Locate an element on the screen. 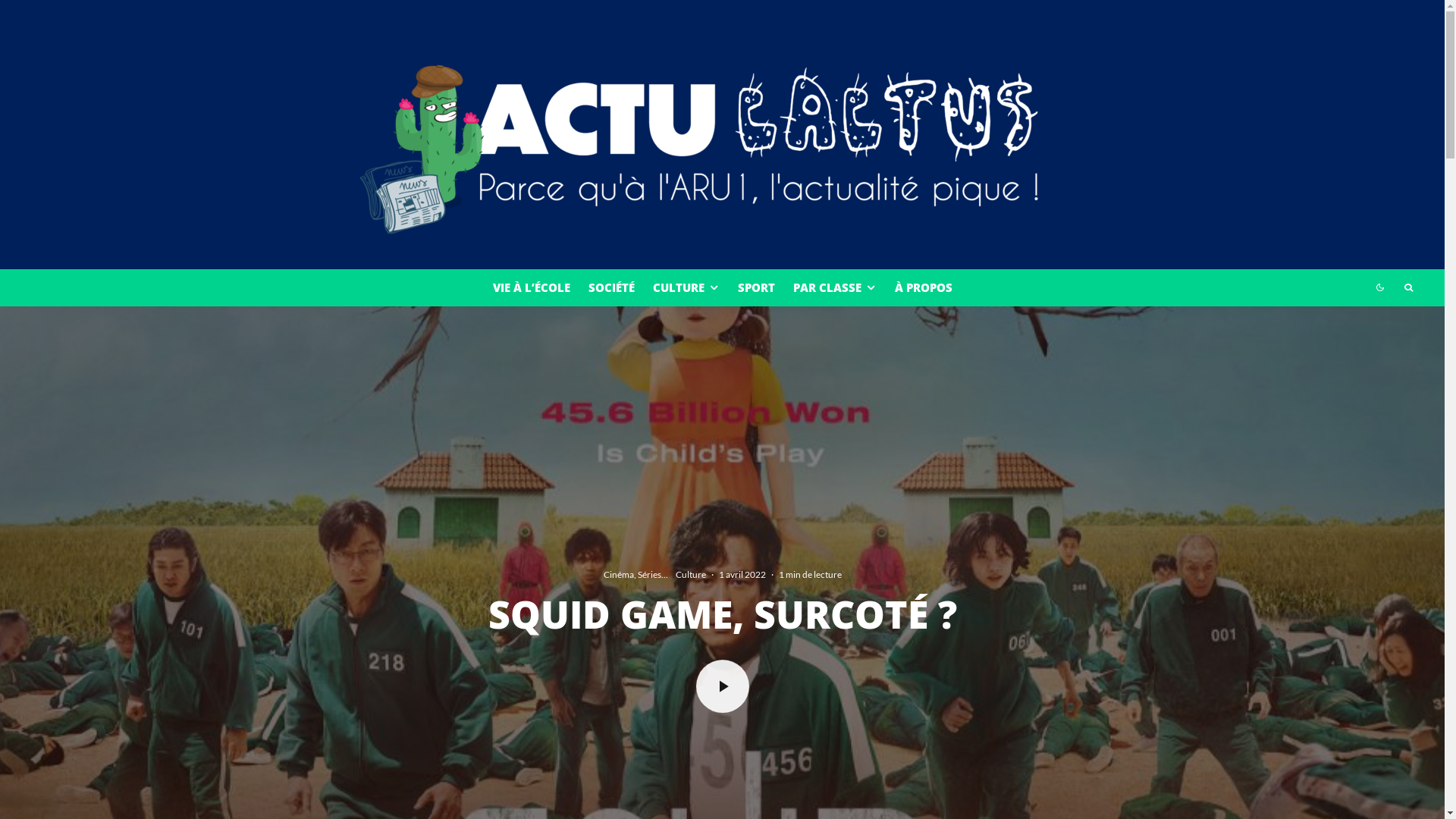 The width and height of the screenshot is (1456, 819). 'SPORT' is located at coordinates (755, 287).